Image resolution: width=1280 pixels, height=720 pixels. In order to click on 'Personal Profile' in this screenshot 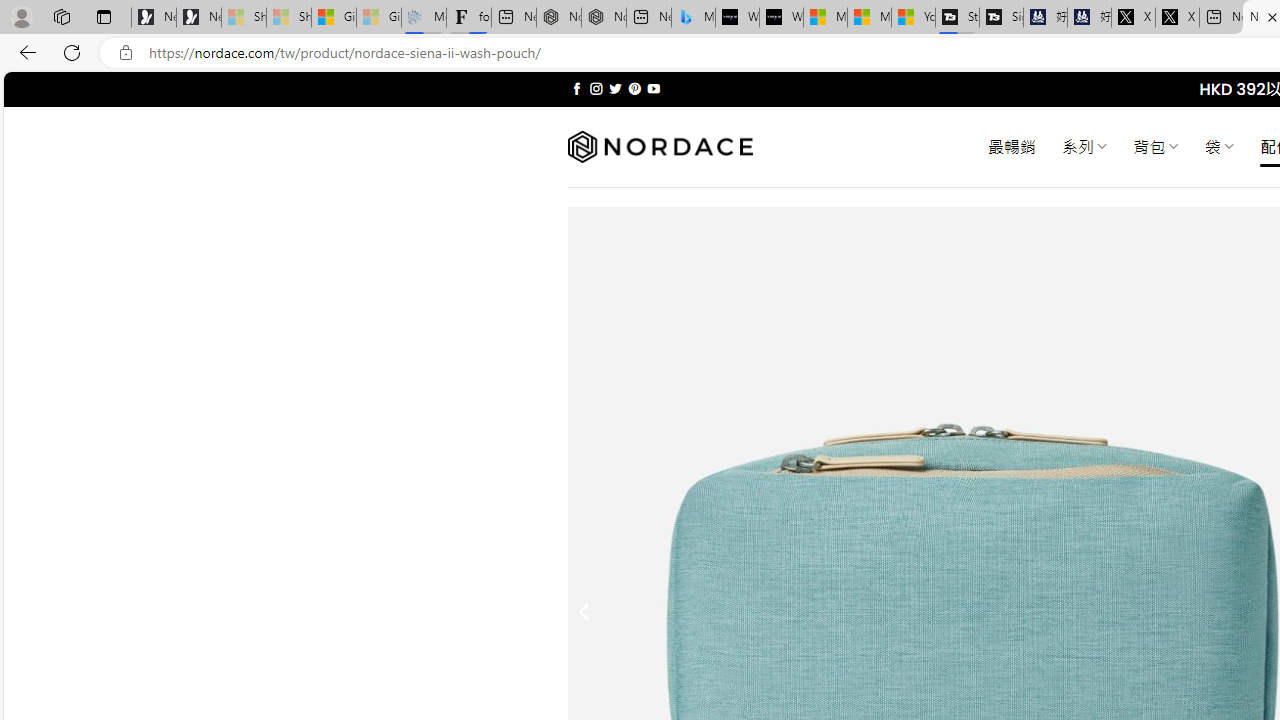, I will do `click(21, 16)`.